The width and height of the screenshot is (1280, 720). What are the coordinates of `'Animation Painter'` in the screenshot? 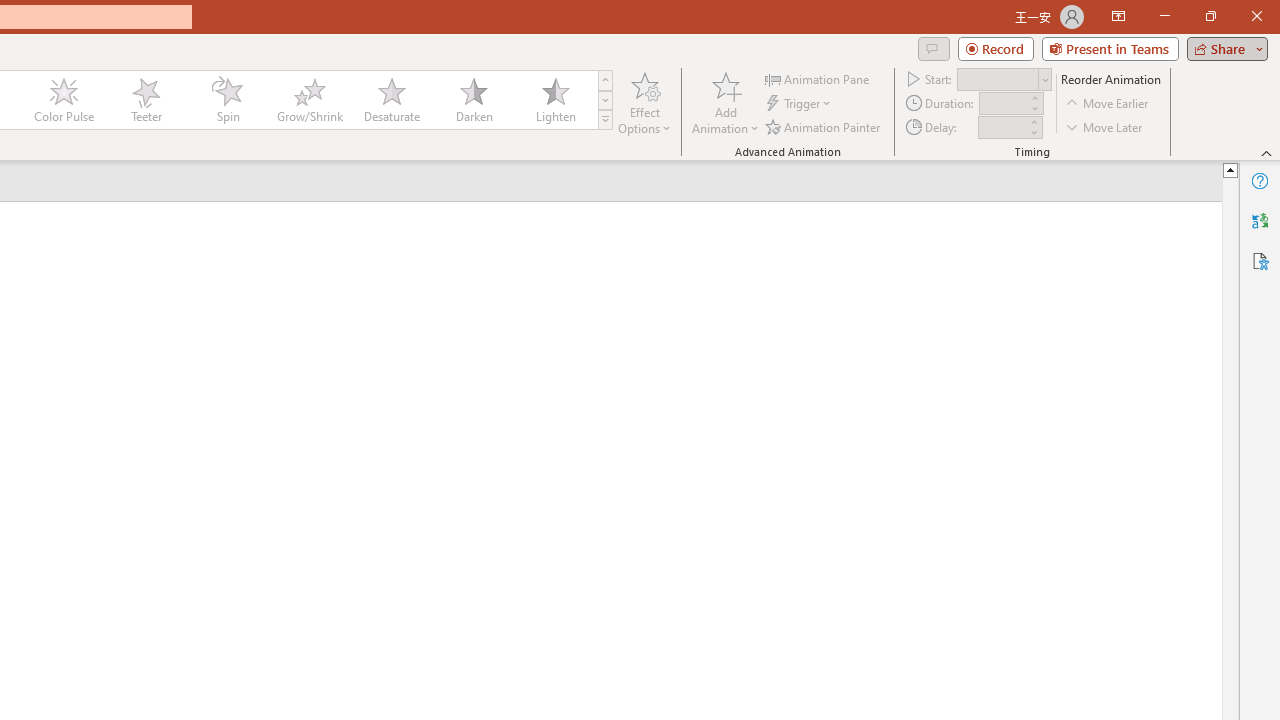 It's located at (824, 127).